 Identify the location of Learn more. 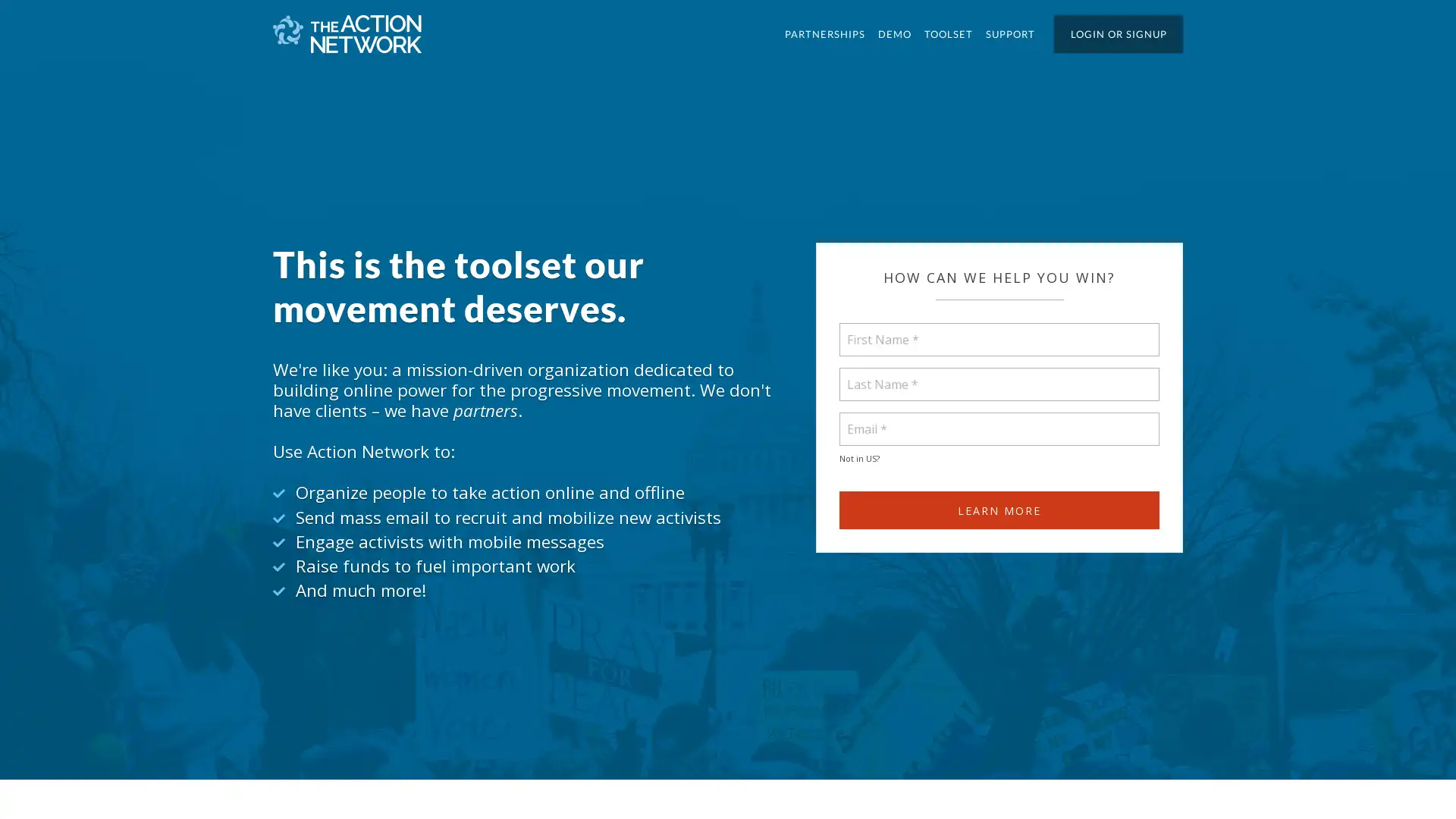
(999, 510).